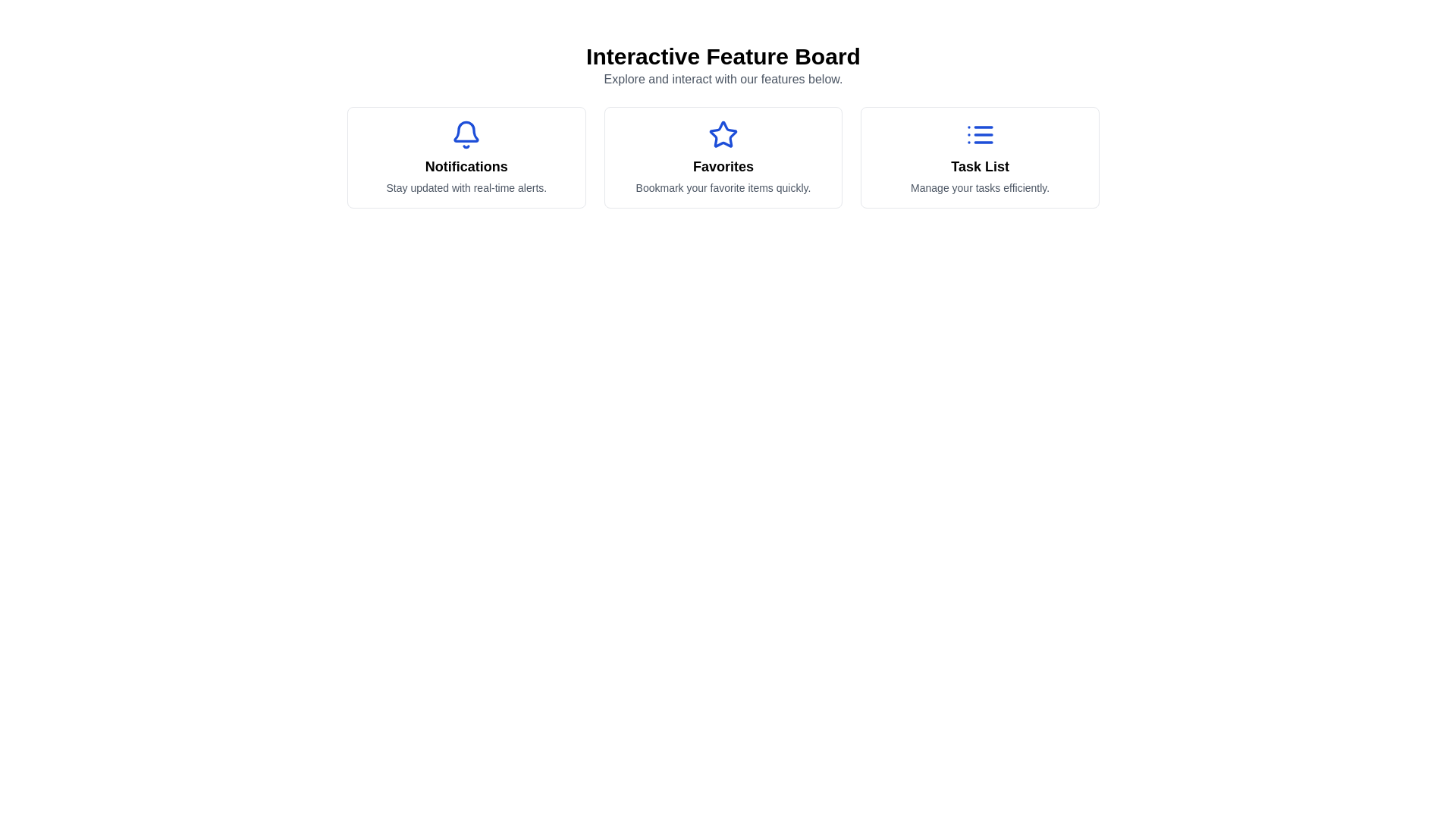 The image size is (1456, 819). I want to click on the text block displaying 'Explore and interact with our features below.' which is located beneath the heading 'Interactive Feature Board', so click(723, 79).